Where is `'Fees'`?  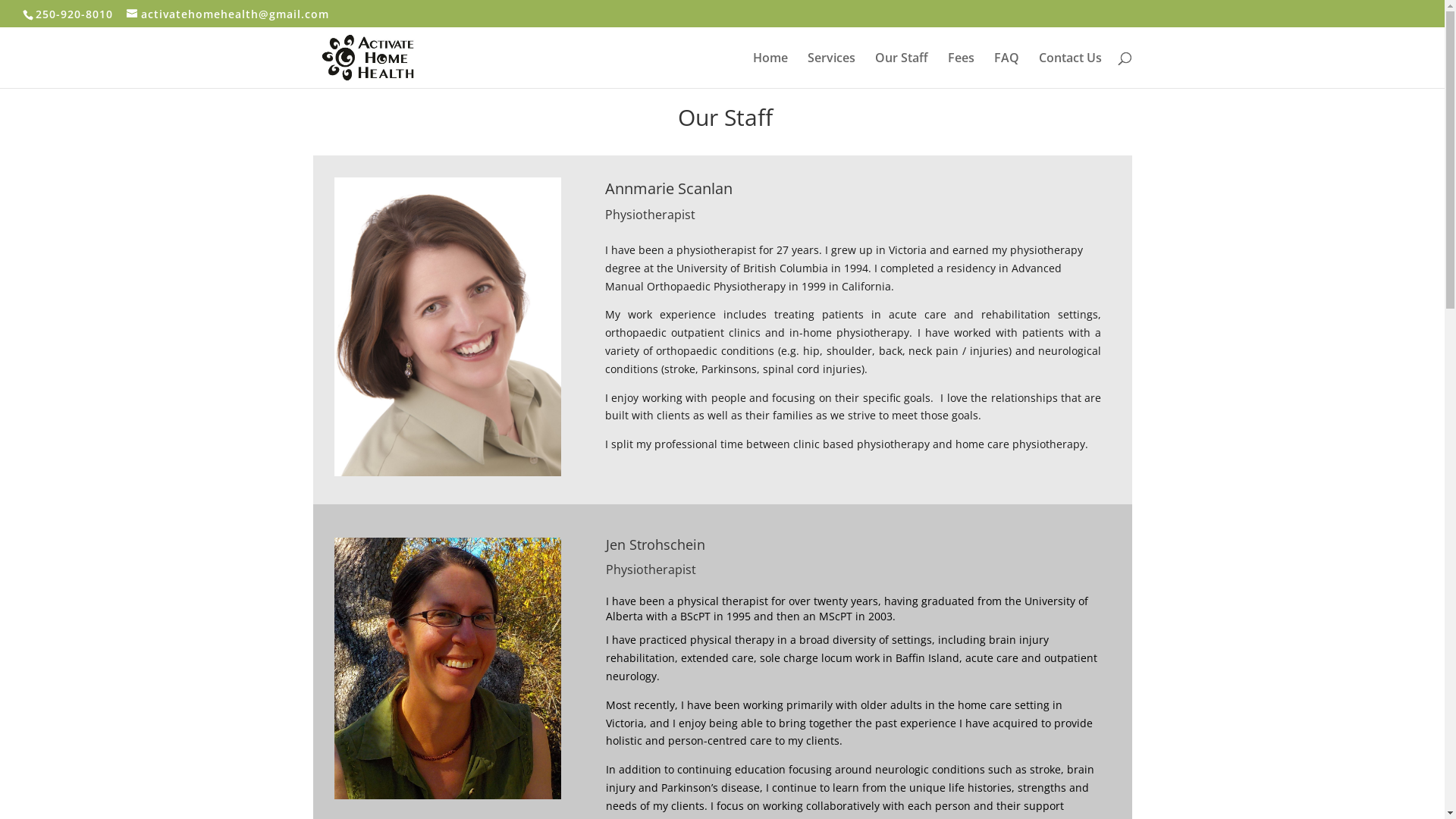 'Fees' is located at coordinates (946, 70).